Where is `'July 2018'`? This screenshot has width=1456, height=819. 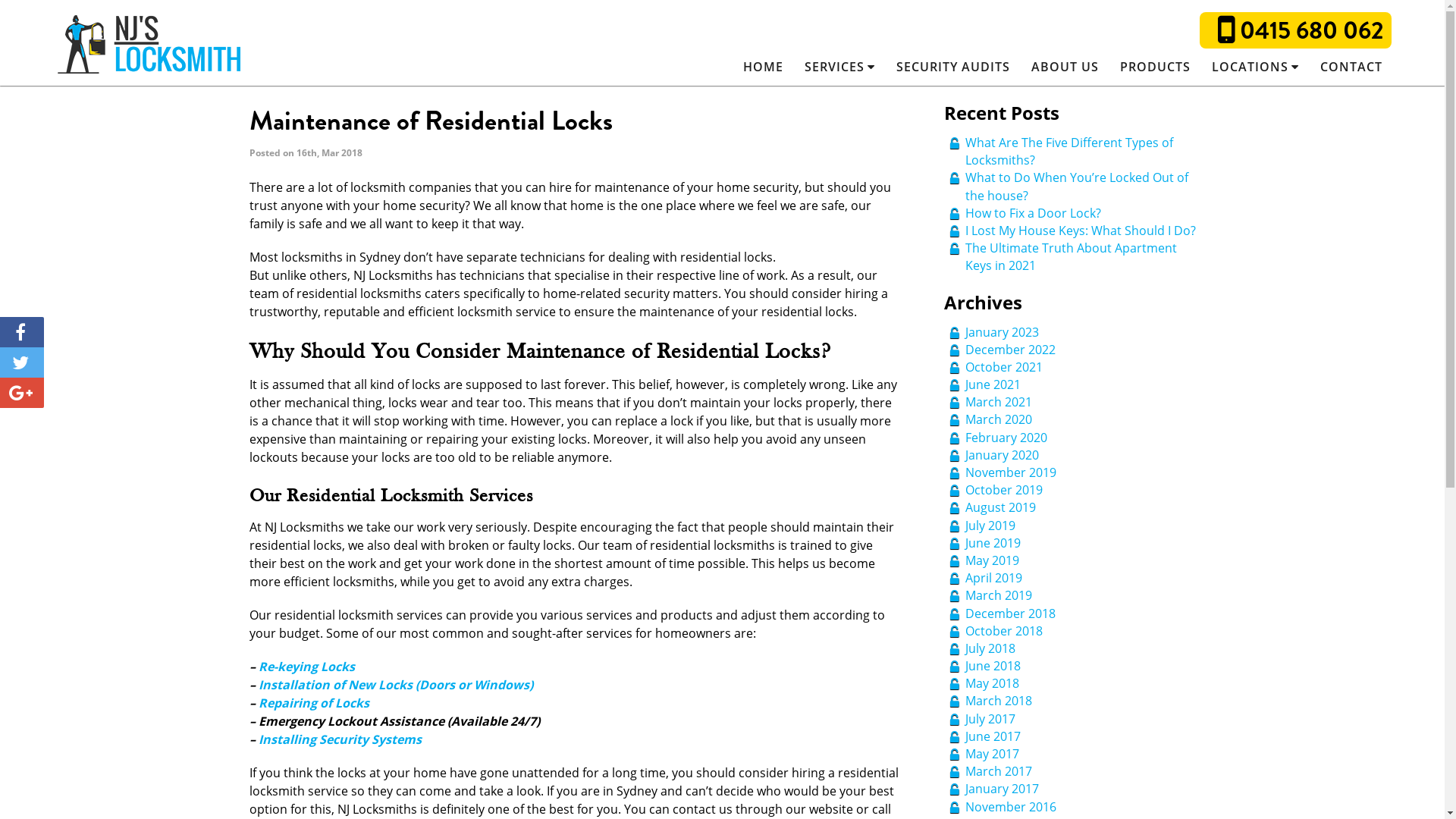 'July 2018' is located at coordinates (990, 648).